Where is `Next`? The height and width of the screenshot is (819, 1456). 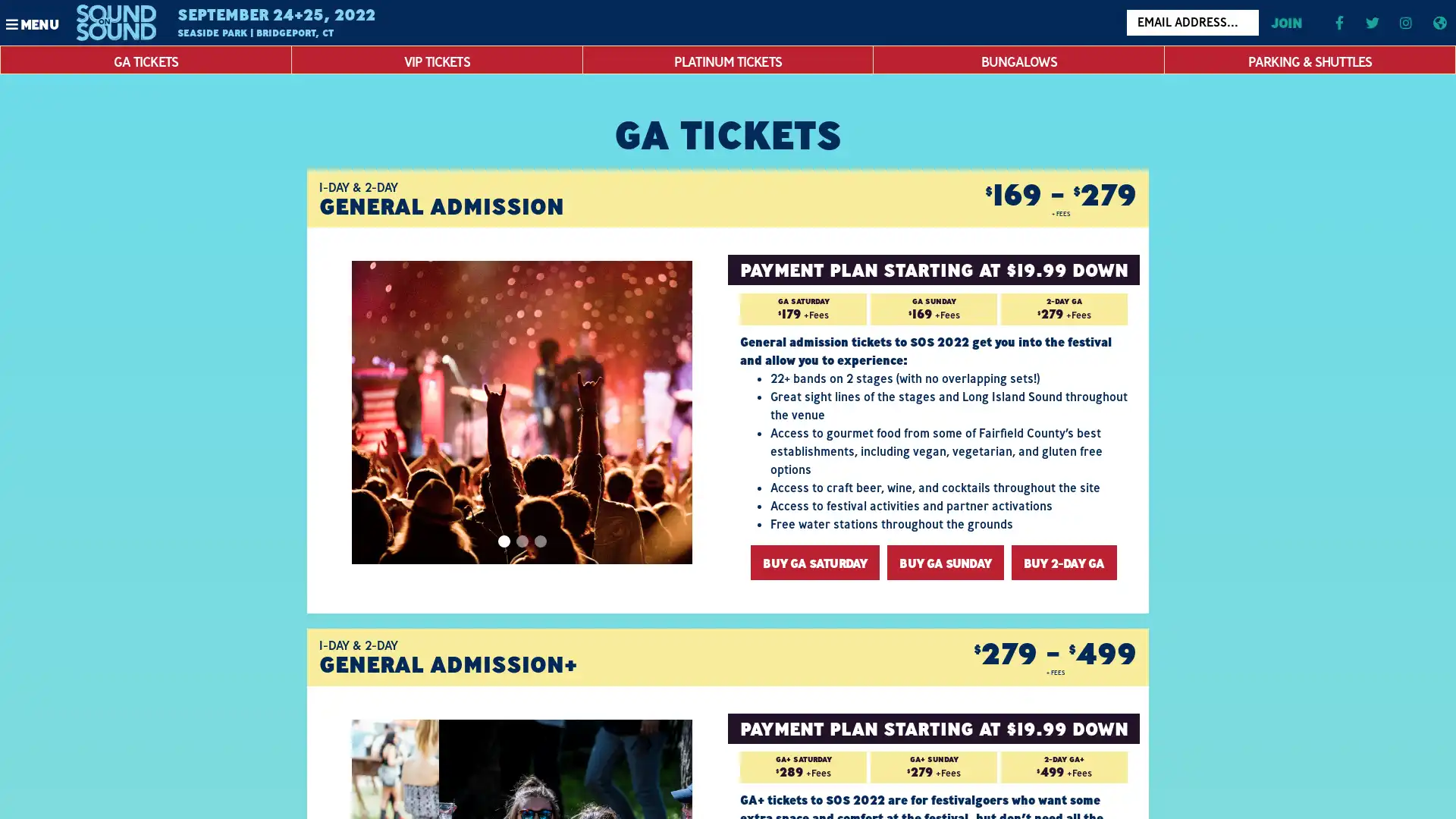
Next is located at coordinates (667, 412).